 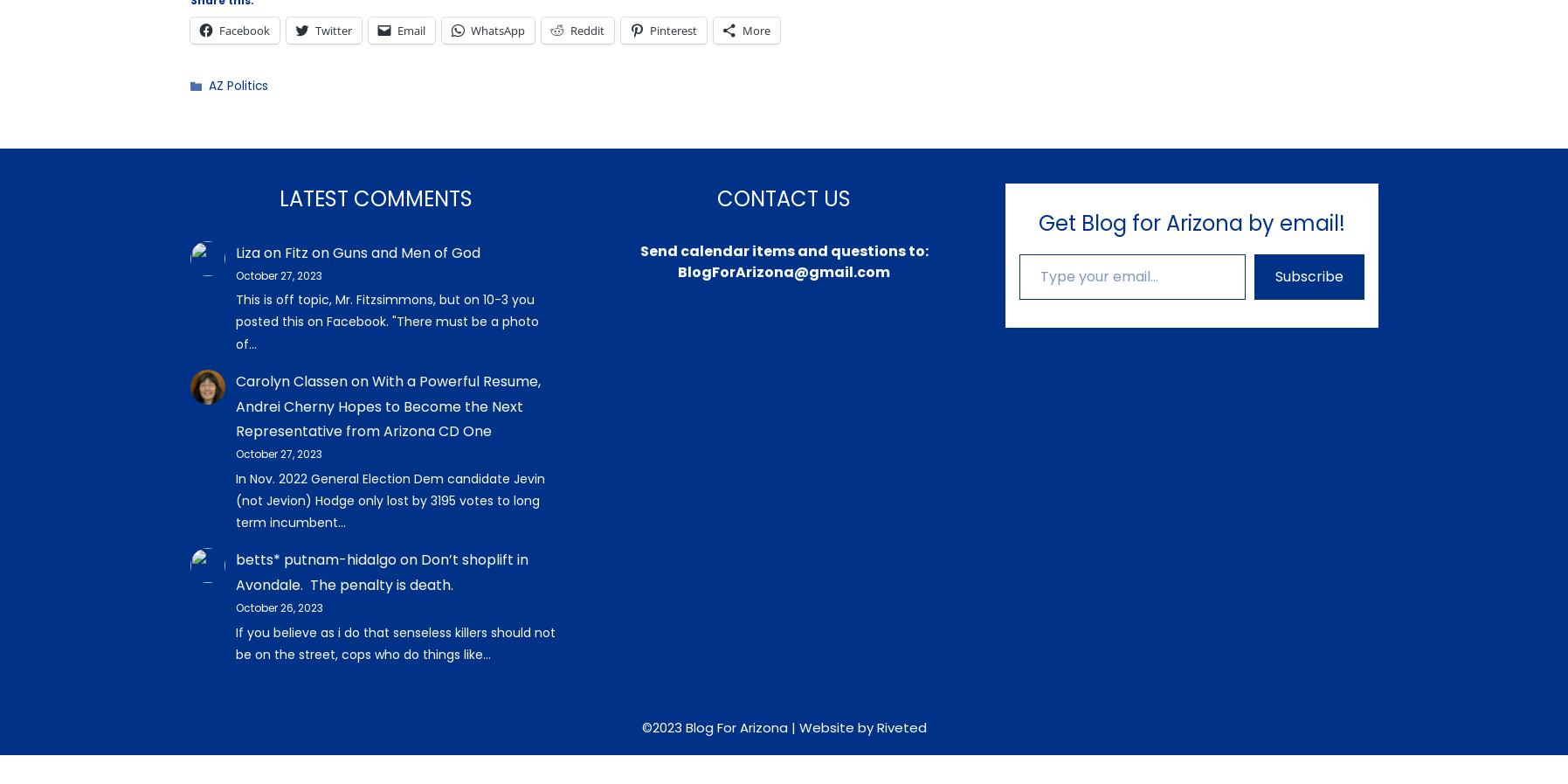 What do you see at coordinates (242, 29) in the screenshot?
I see `'Facebook'` at bounding box center [242, 29].